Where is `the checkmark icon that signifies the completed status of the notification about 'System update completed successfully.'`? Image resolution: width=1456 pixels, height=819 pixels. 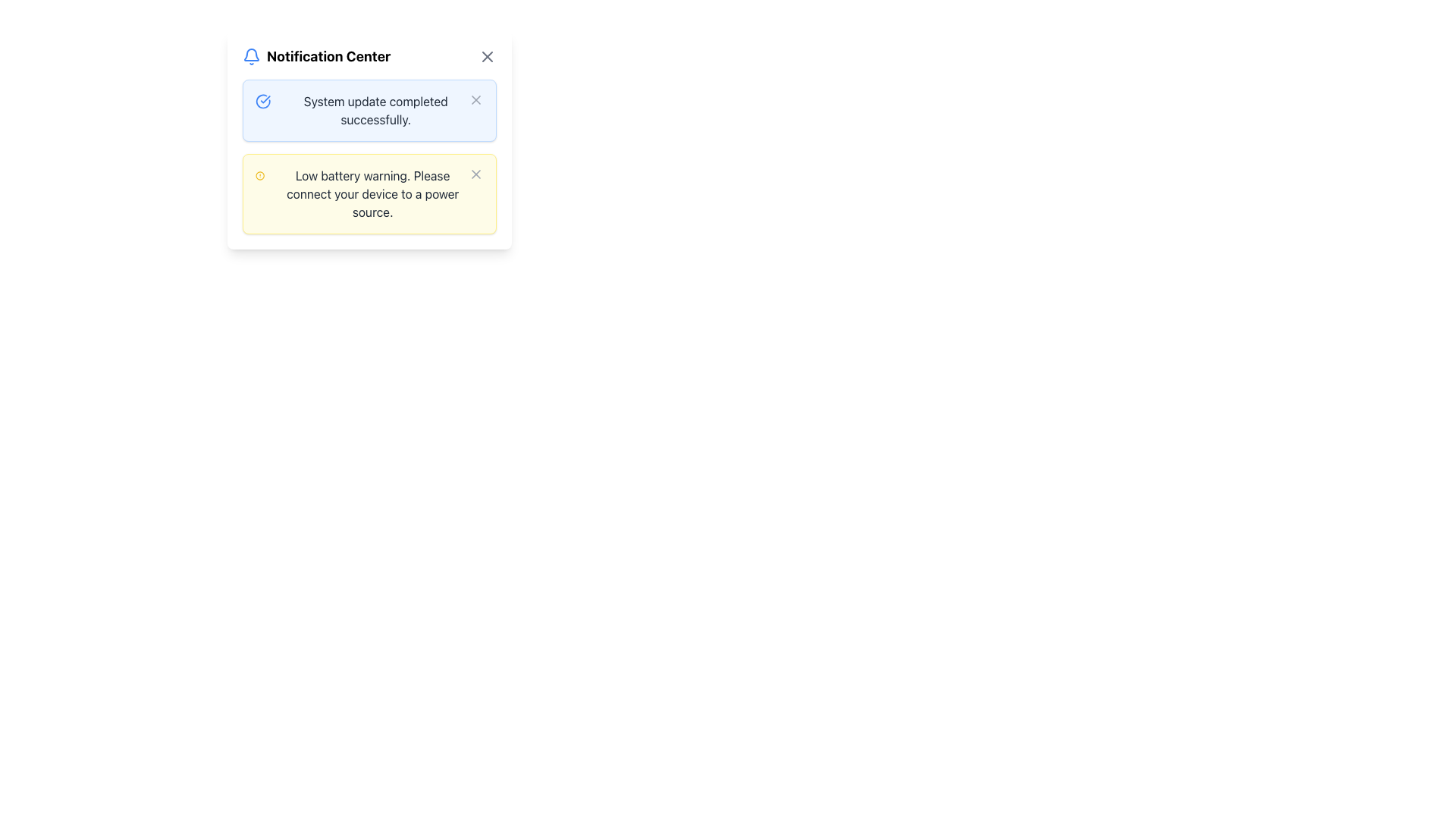 the checkmark icon that signifies the completed status of the notification about 'System update completed successfully.' is located at coordinates (265, 99).